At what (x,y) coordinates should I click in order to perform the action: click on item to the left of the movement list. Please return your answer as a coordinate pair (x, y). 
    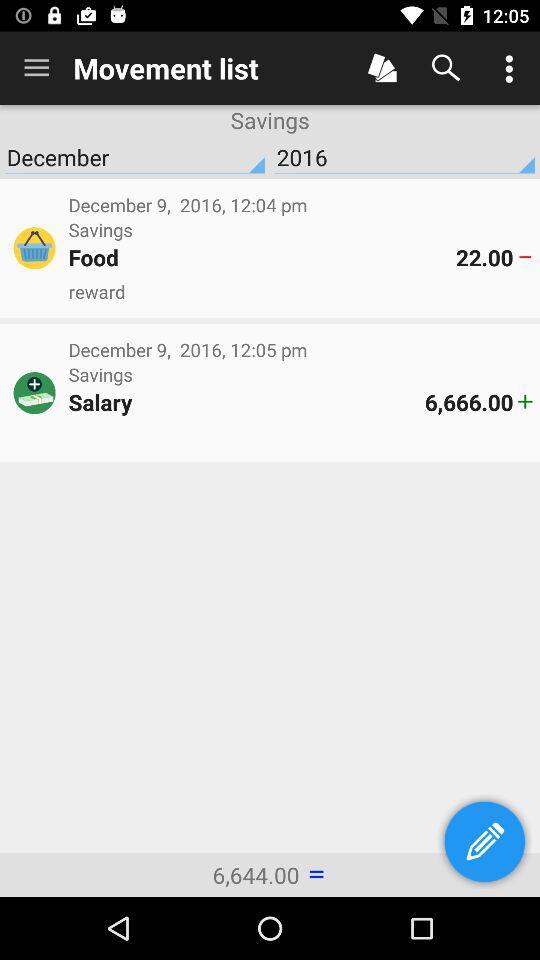
    Looking at the image, I should click on (36, 68).